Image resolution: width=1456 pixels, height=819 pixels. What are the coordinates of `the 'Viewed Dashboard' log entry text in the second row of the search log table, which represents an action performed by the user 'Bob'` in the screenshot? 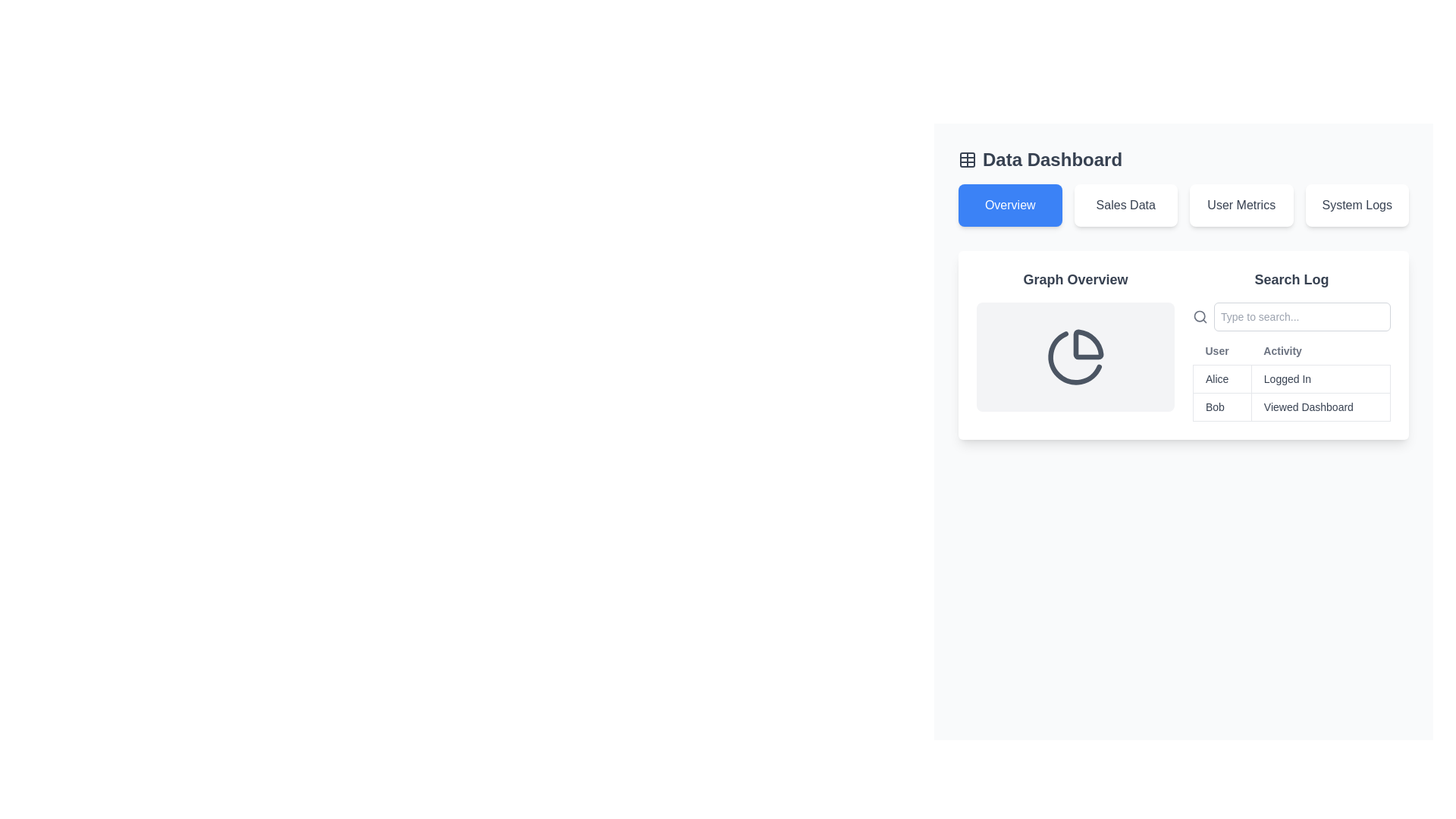 It's located at (1291, 406).